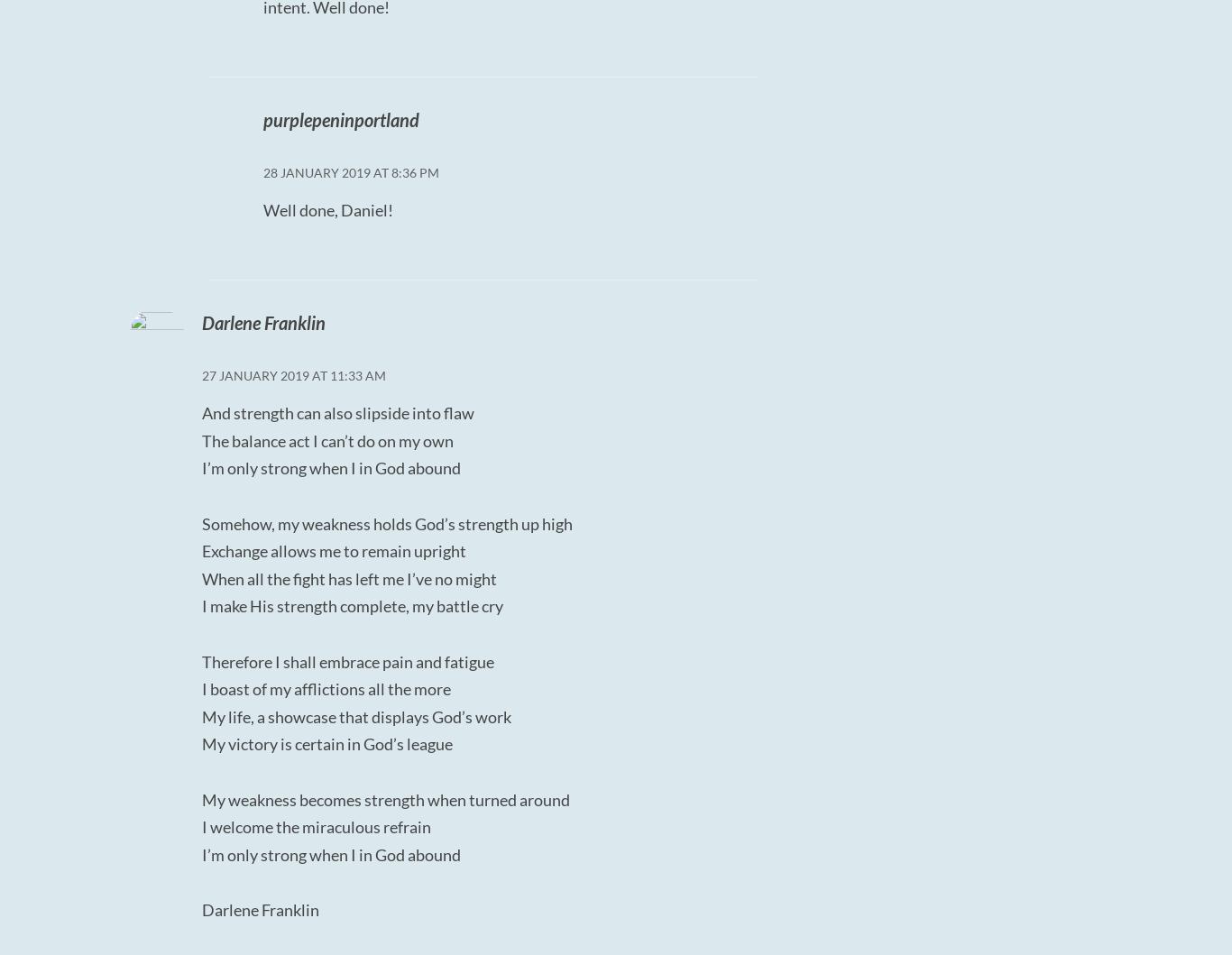 The image size is (1232, 955). Describe the element at coordinates (384, 798) in the screenshot. I see `'My weakness becomes strength when turned around'` at that location.